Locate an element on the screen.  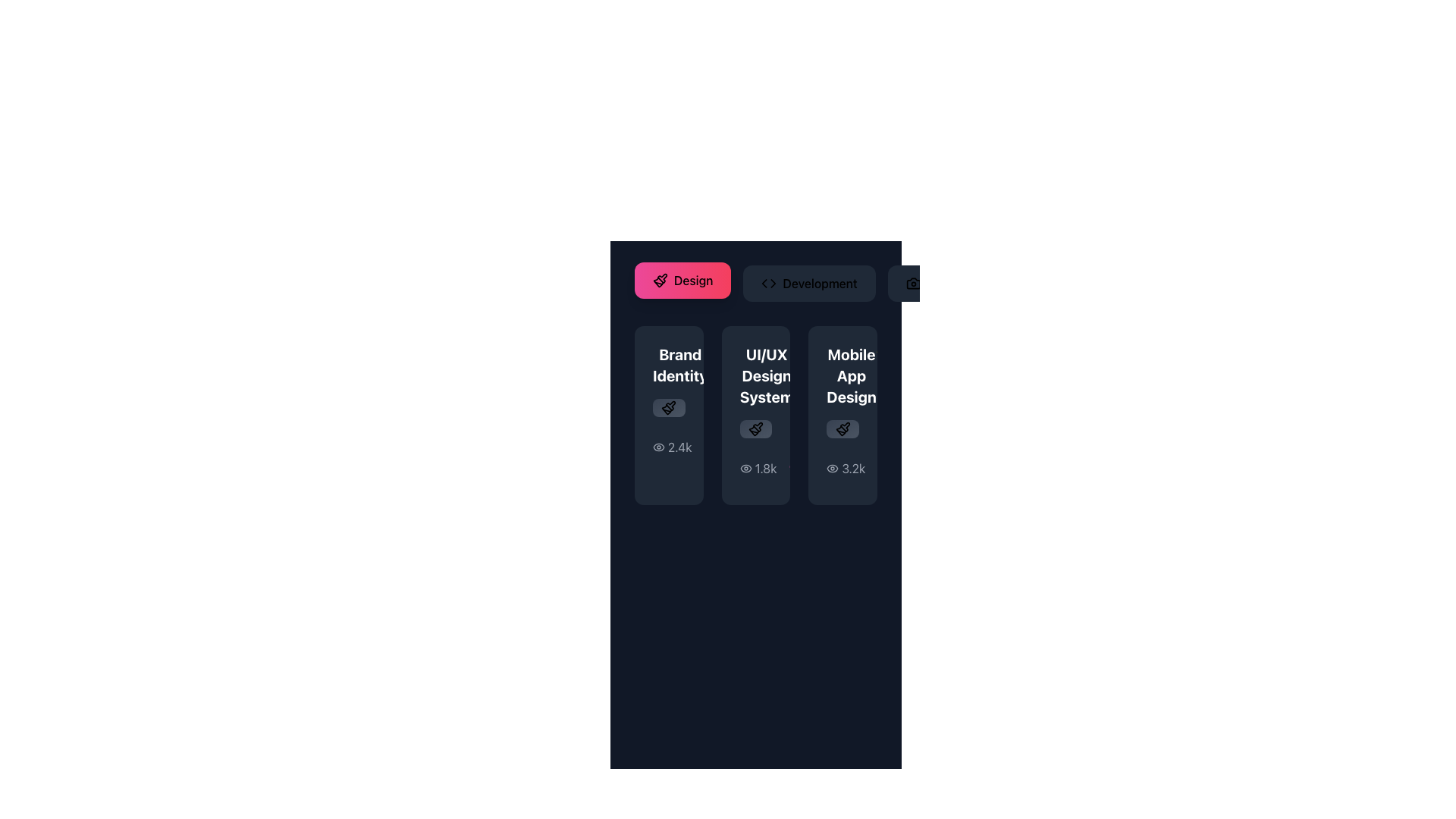
the Text and Icon Combination titled 'UI/UX Design System' located in the second column under the 'Design' category is located at coordinates (756, 375).